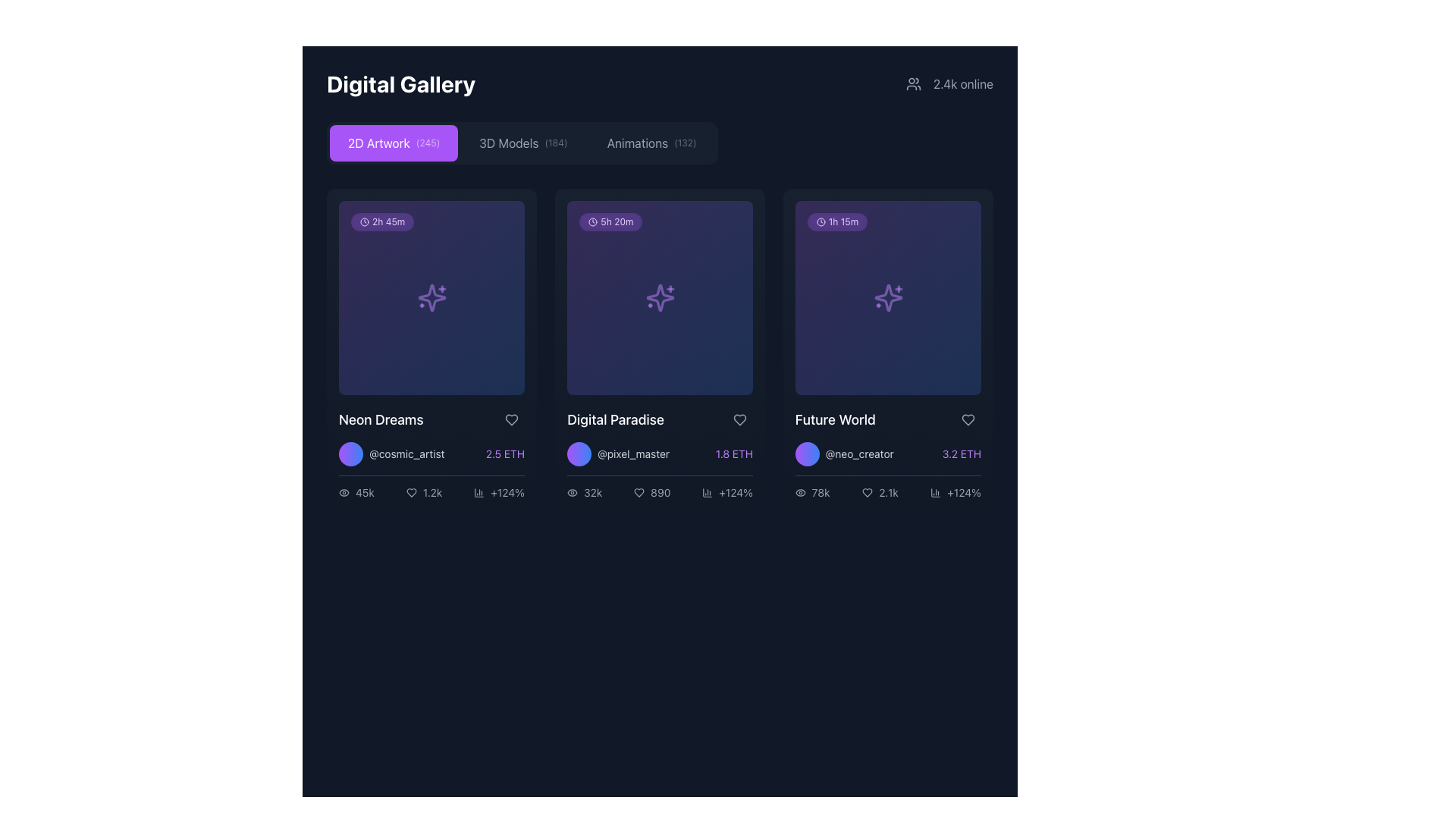  Describe the element at coordinates (509, 143) in the screenshot. I see `the static text label displaying '3D Models', which is styled with gray text on a dark background and is part of the top navigation bar` at that location.